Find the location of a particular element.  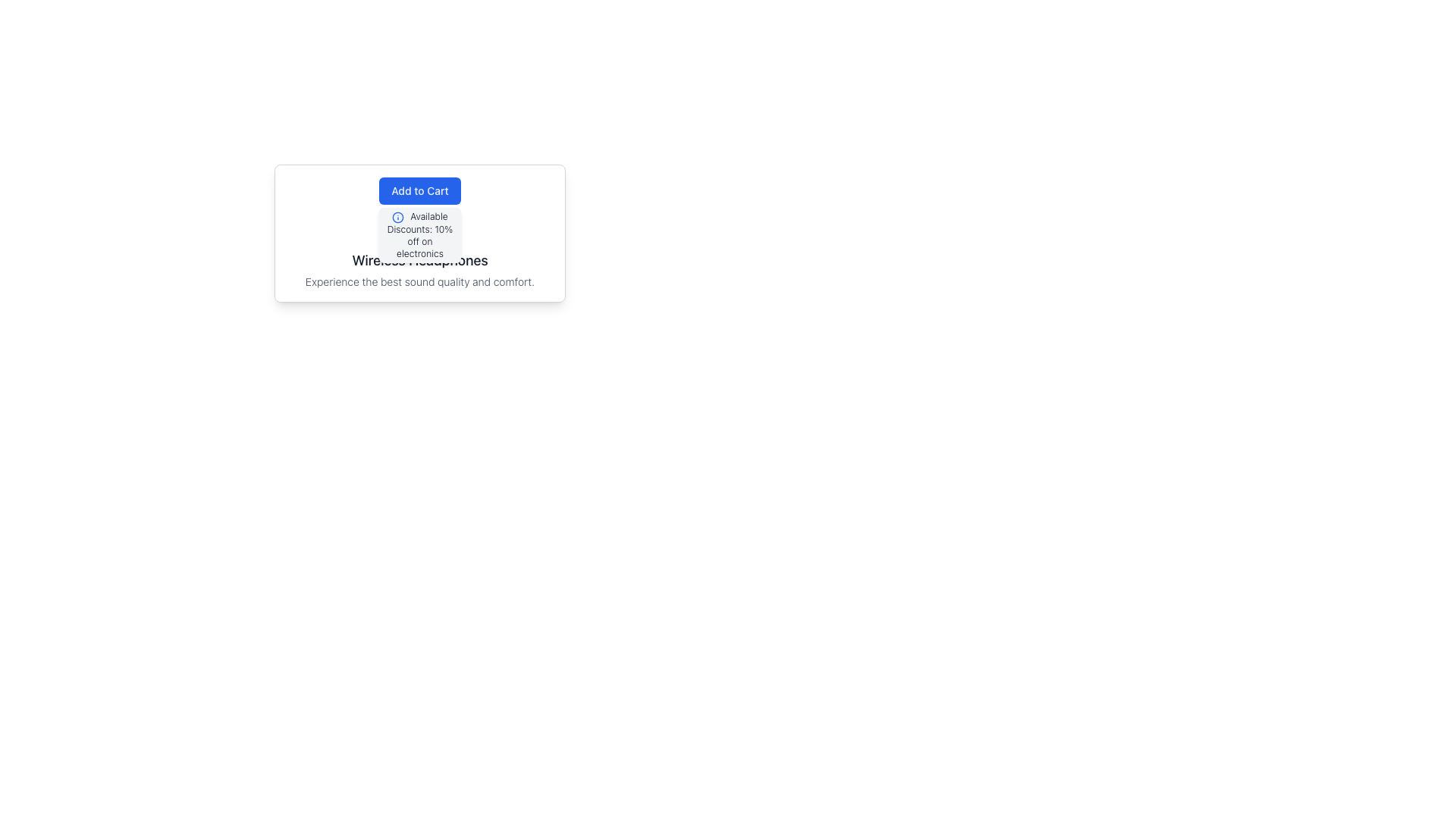

the 'Add to Cart' button with a blue background and white text is located at coordinates (419, 190).